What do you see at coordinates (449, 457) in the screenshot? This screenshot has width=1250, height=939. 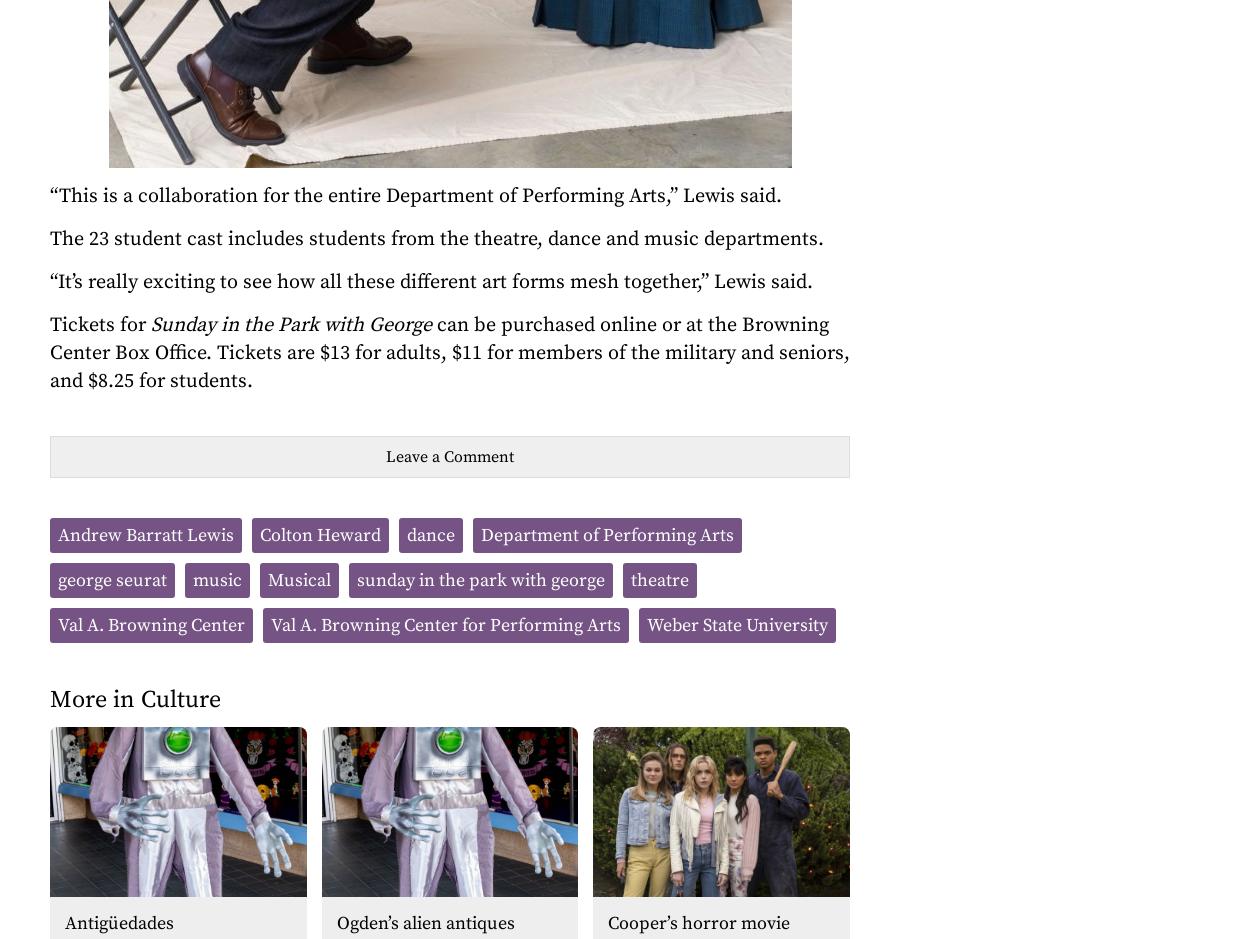 I see `'Leave a Comment'` at bounding box center [449, 457].